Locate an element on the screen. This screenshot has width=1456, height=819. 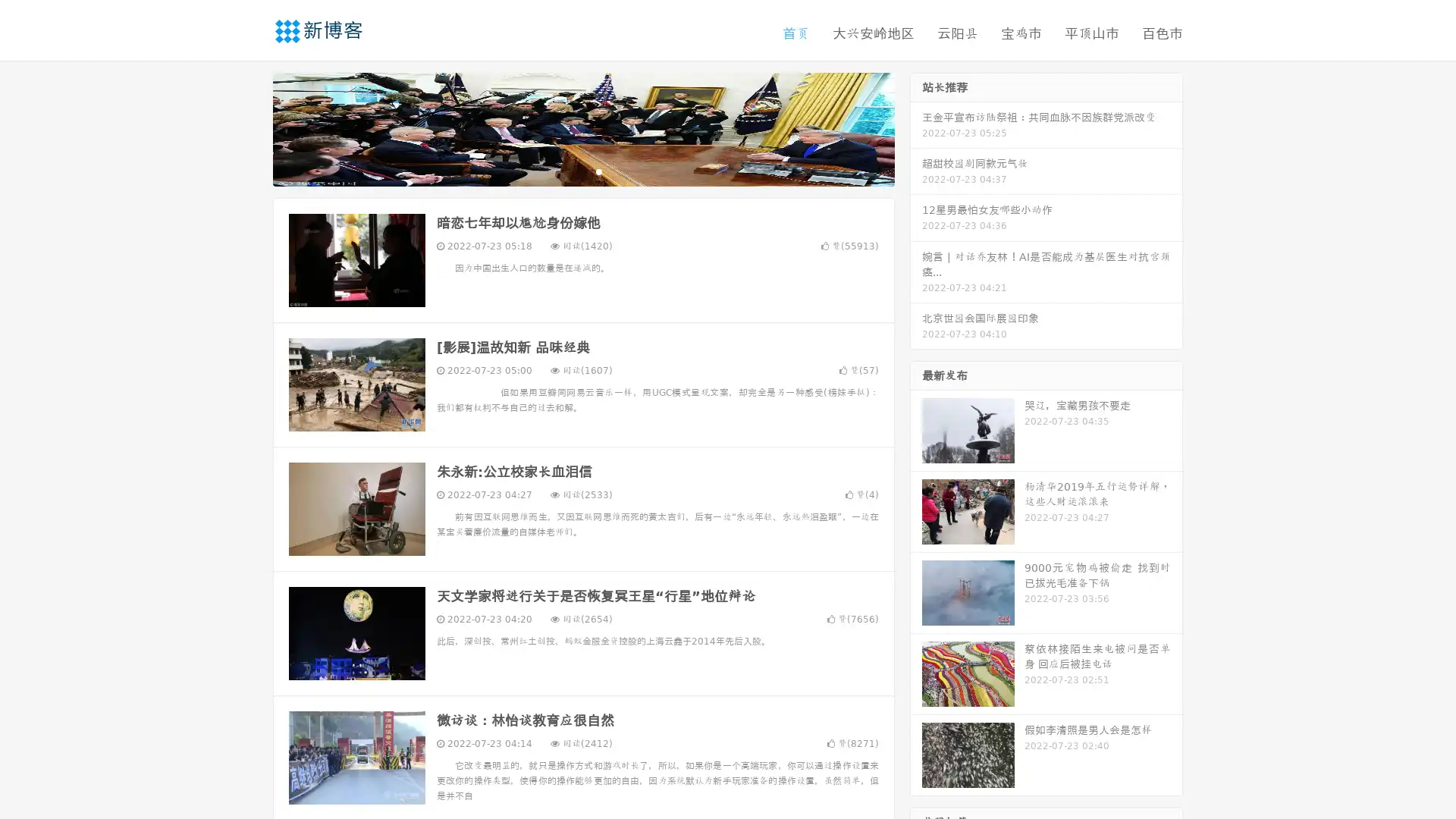
Next slide is located at coordinates (916, 127).